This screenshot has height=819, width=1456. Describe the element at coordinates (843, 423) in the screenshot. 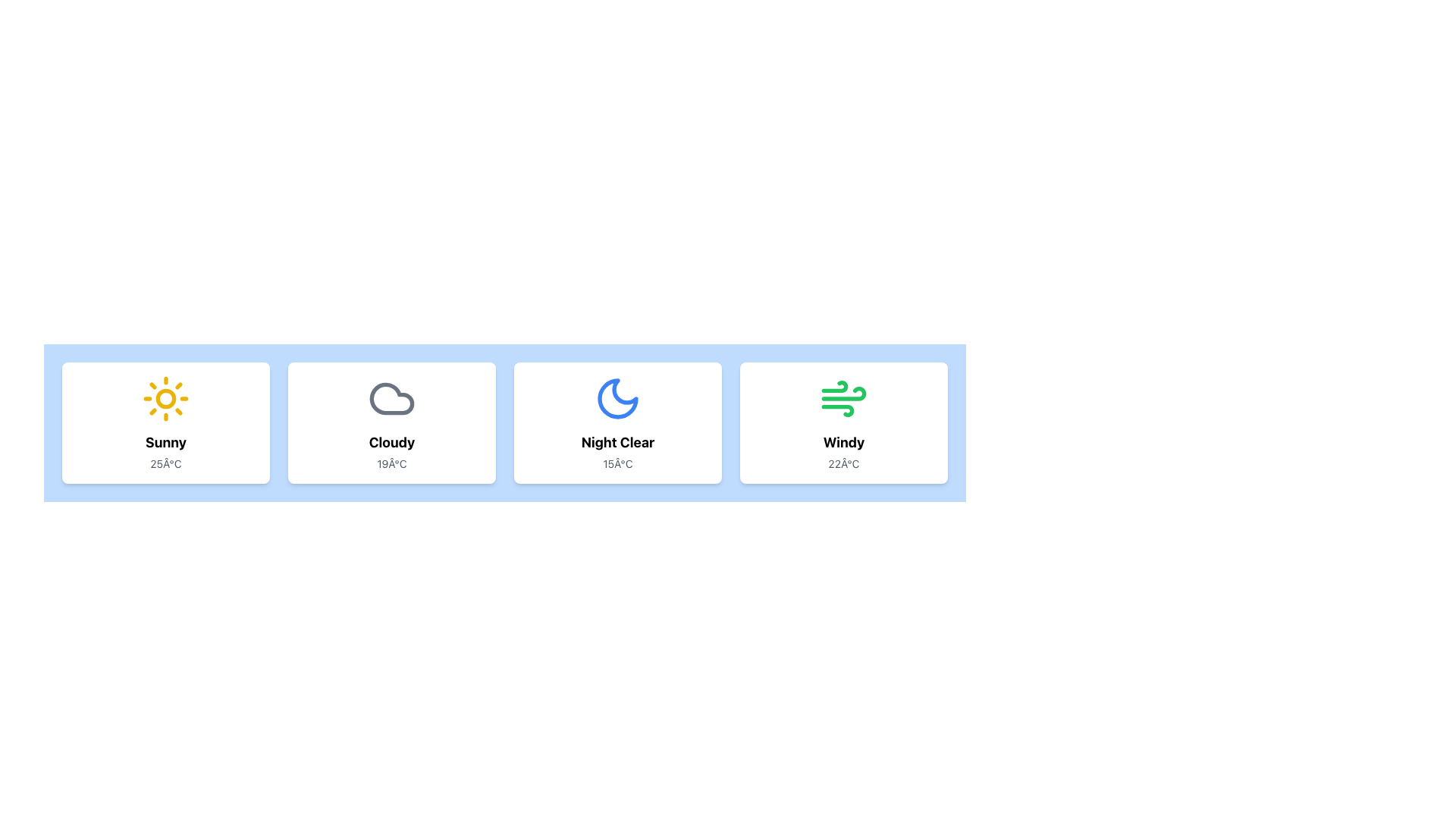

I see `the weather condition card that indicates windy weather with a temperature of 22°C, which is the fourth card in the row of weather summary cards` at that location.